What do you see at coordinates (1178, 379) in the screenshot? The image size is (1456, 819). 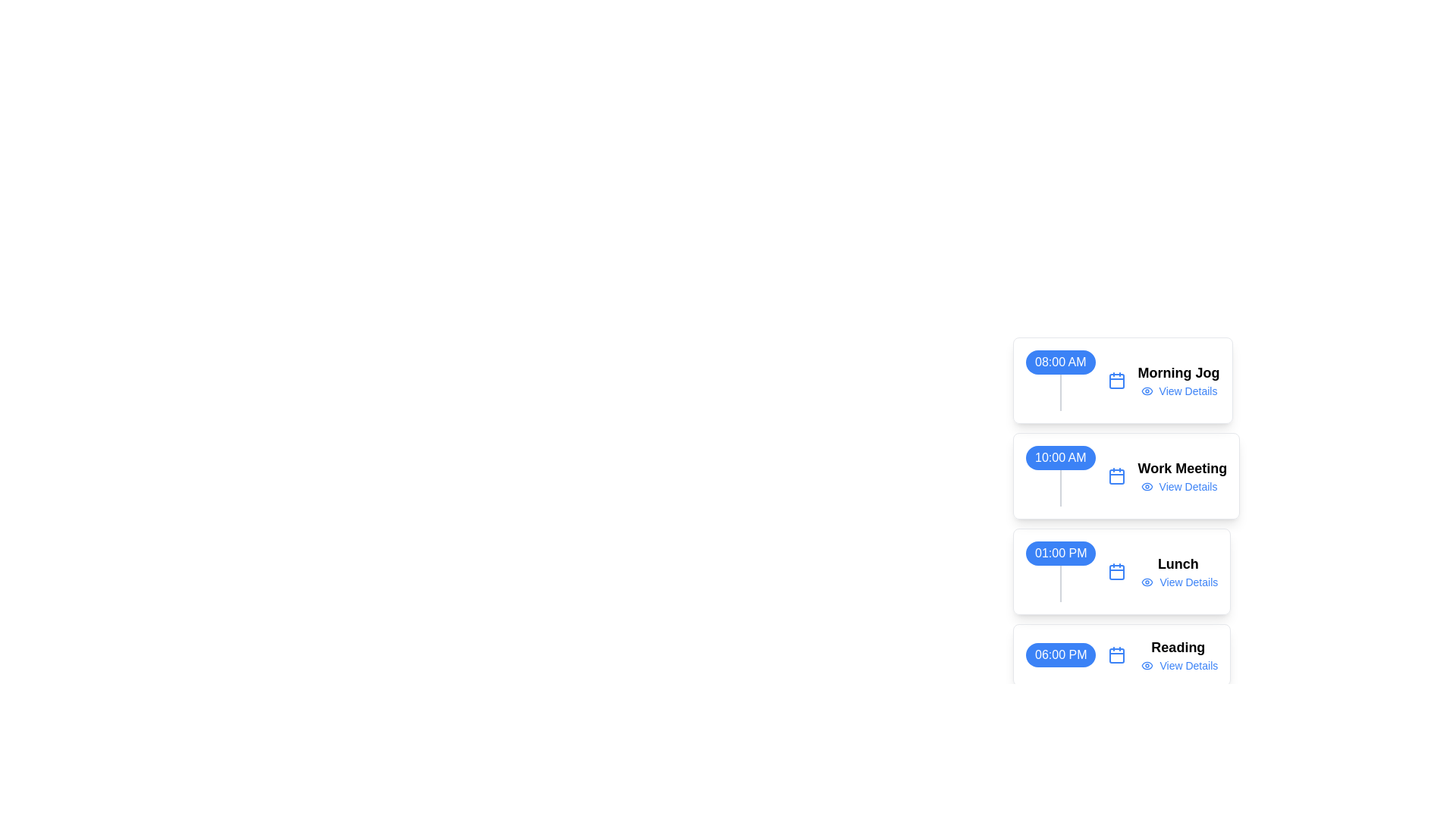 I see `'Morning Jog' text located within the '08:00 AM' event block, positioned to the right of a calendar icon` at bounding box center [1178, 379].